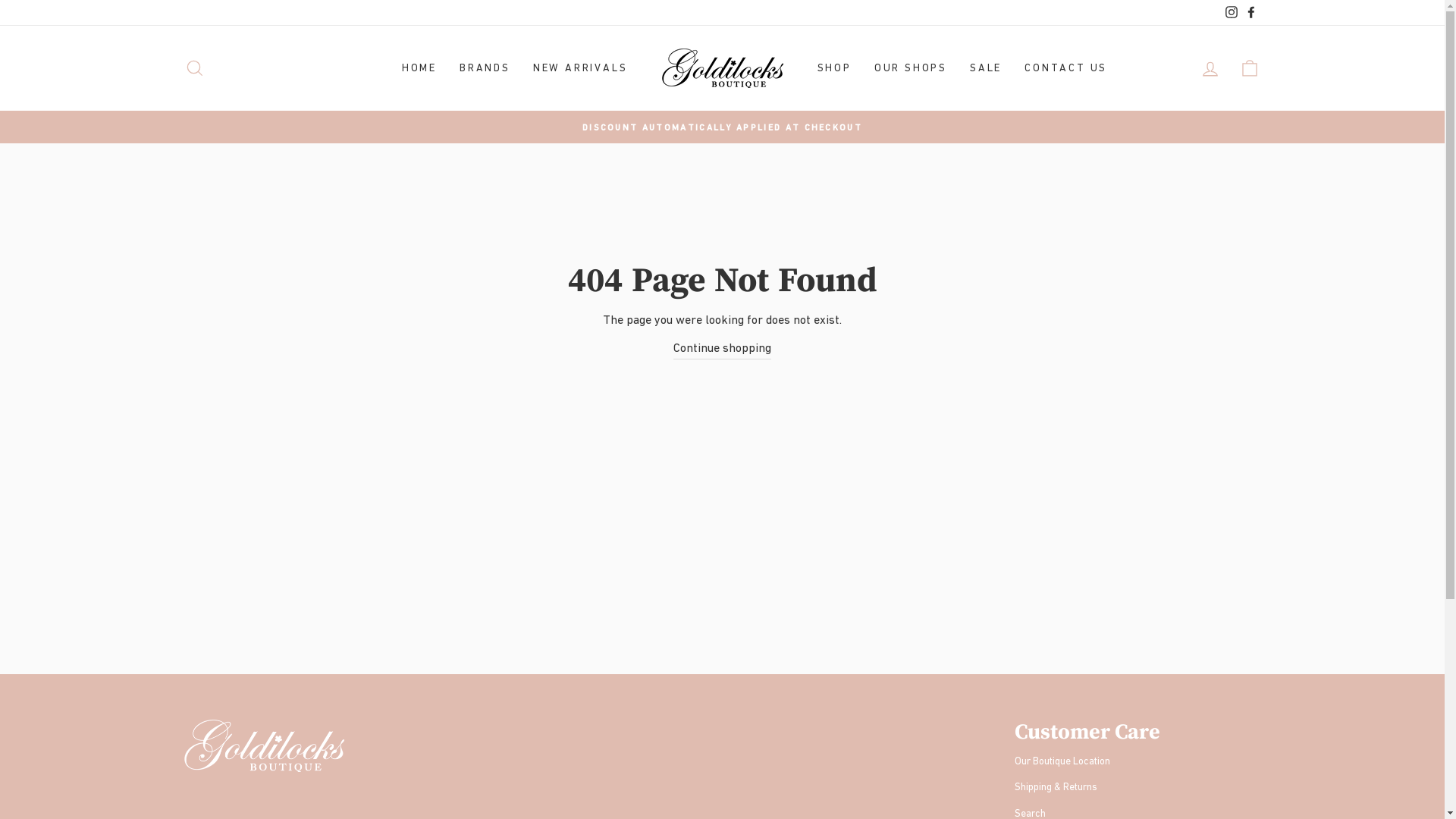 The height and width of the screenshot is (819, 1456). Describe the element at coordinates (833, 68) in the screenshot. I see `'SHOP'` at that location.